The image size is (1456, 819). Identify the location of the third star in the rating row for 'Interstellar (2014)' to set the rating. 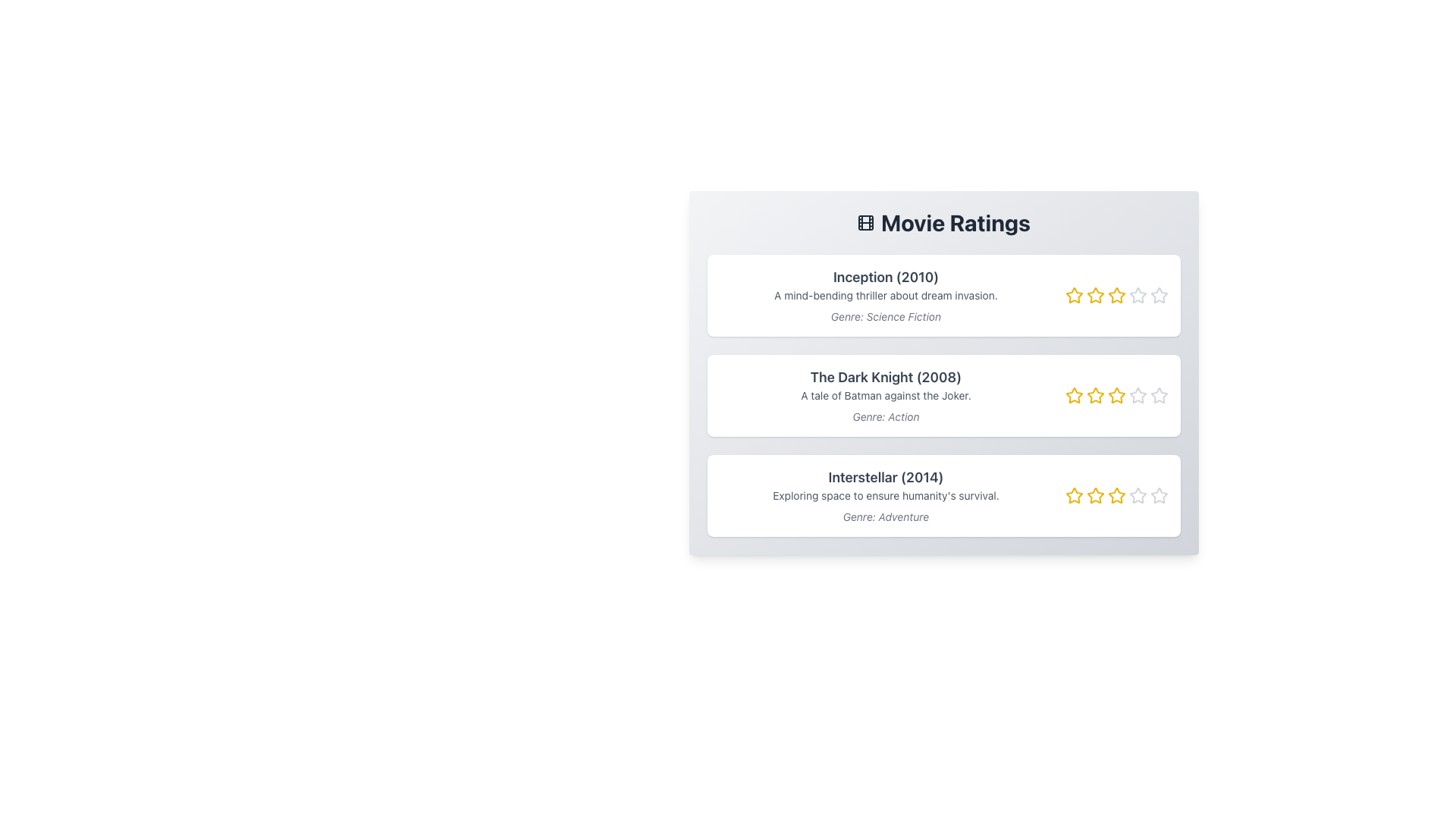
(1116, 496).